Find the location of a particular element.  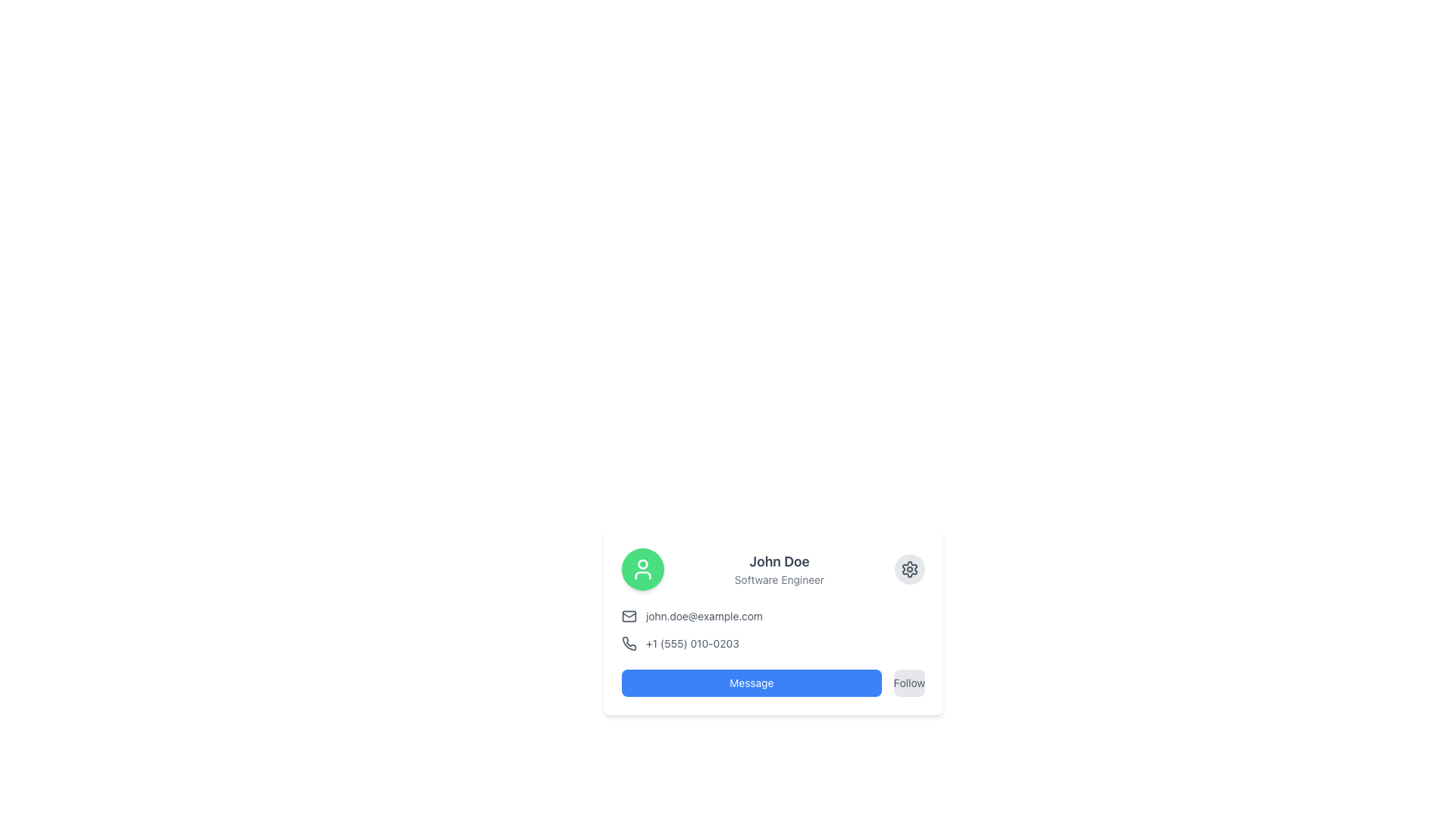

the distinct phone icon rendered in a dark line style, positioned in the user profile card next to the phone number '+1 (555) 010-0203' is located at coordinates (629, 643).